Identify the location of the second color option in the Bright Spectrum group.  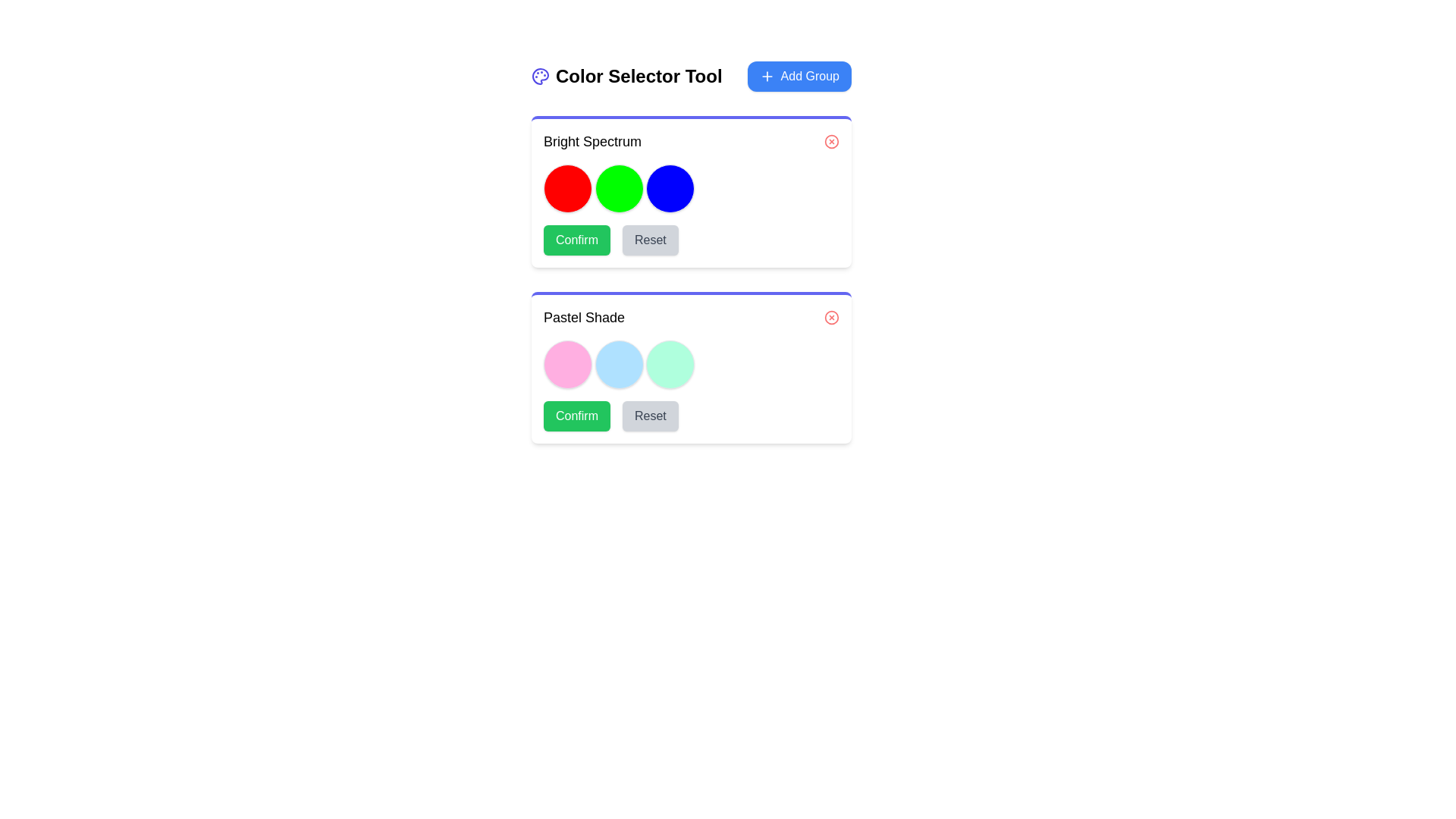
(619, 188).